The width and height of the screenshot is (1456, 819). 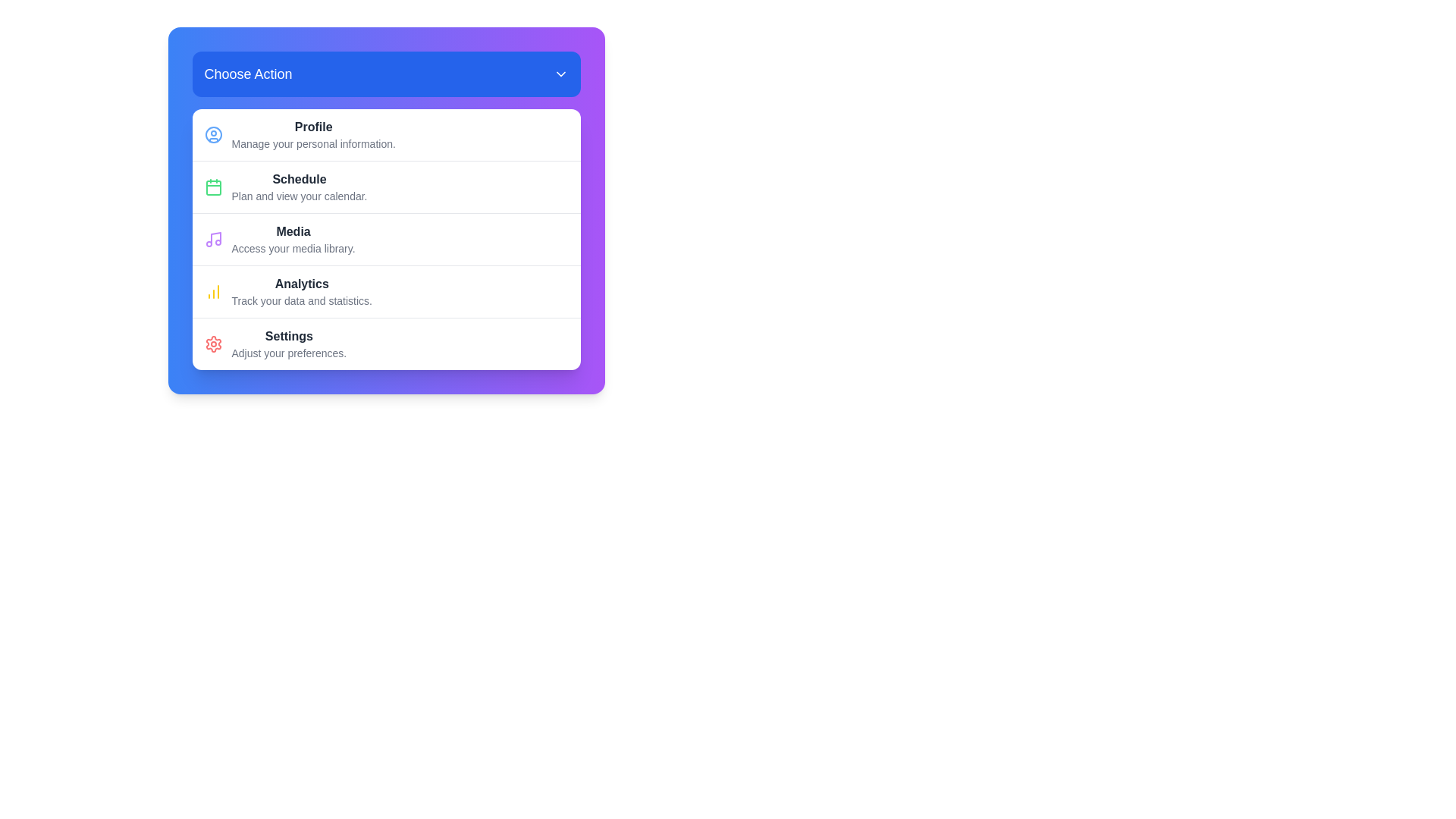 What do you see at coordinates (302, 301) in the screenshot?
I see `the static text label that reads 'Track your data and statistics.', positioned below the 'Analytics' title` at bounding box center [302, 301].